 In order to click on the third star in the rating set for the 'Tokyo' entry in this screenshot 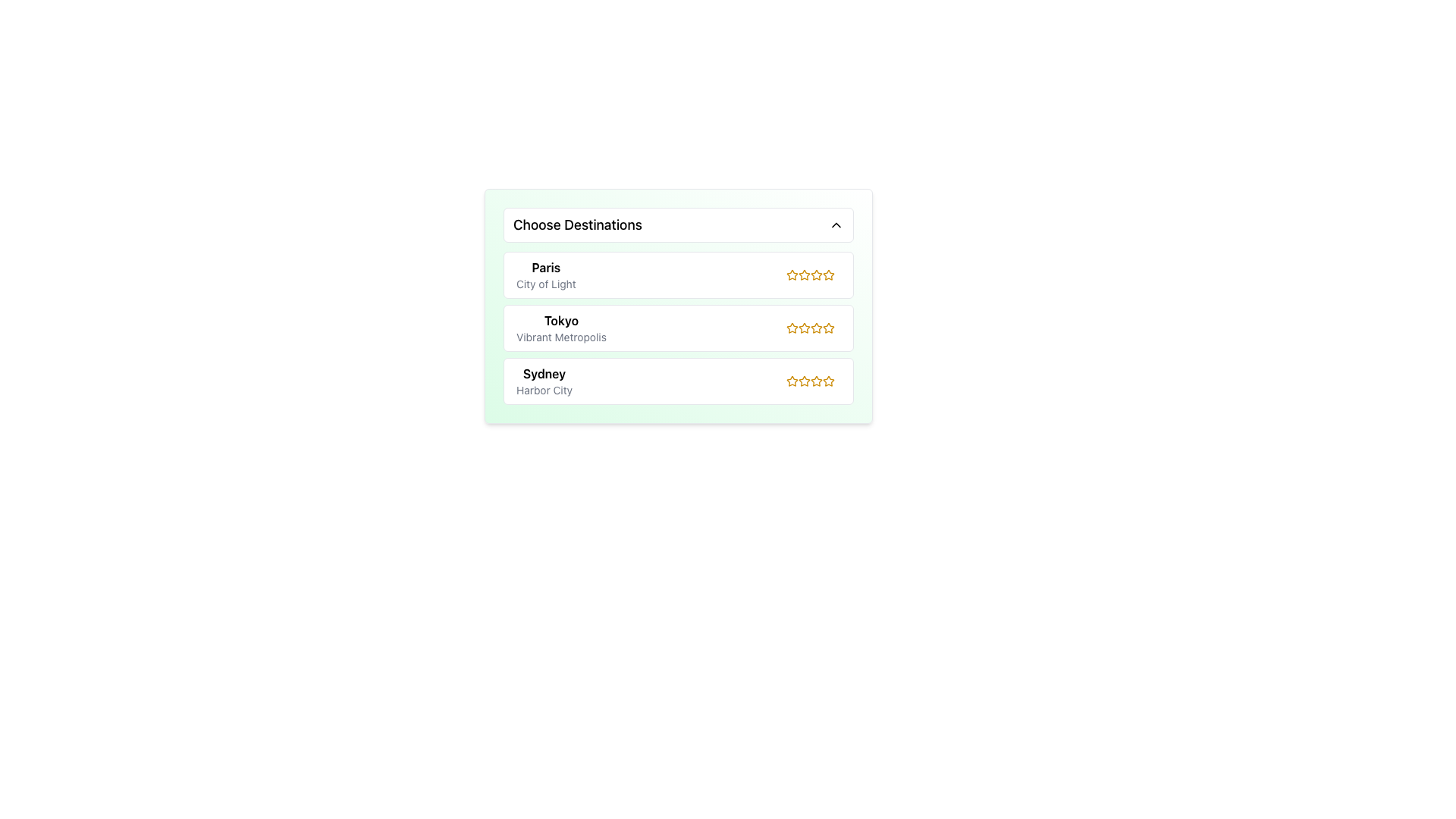, I will do `click(815, 327)`.